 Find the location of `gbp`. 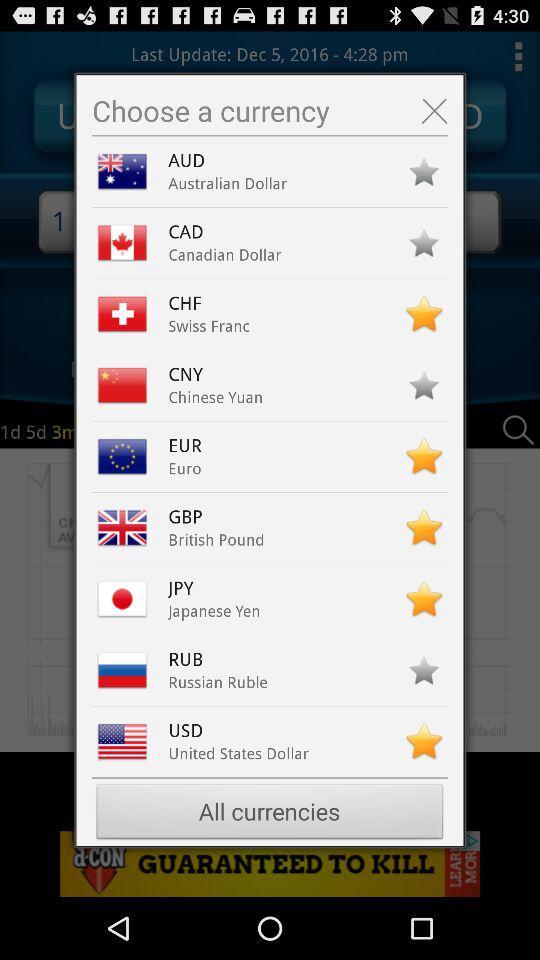

gbp is located at coordinates (190, 516).